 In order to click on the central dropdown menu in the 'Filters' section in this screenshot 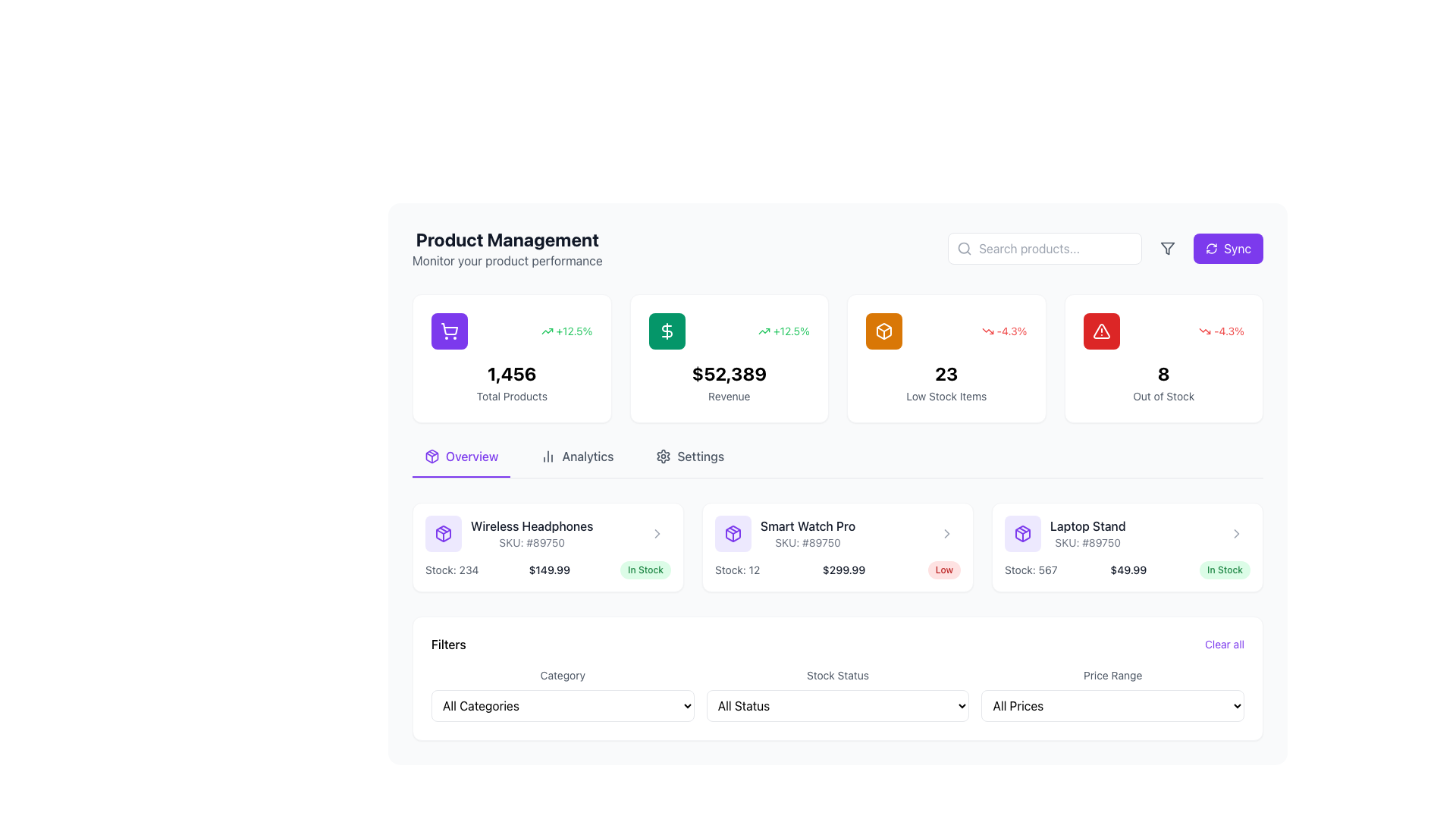, I will do `click(836, 693)`.